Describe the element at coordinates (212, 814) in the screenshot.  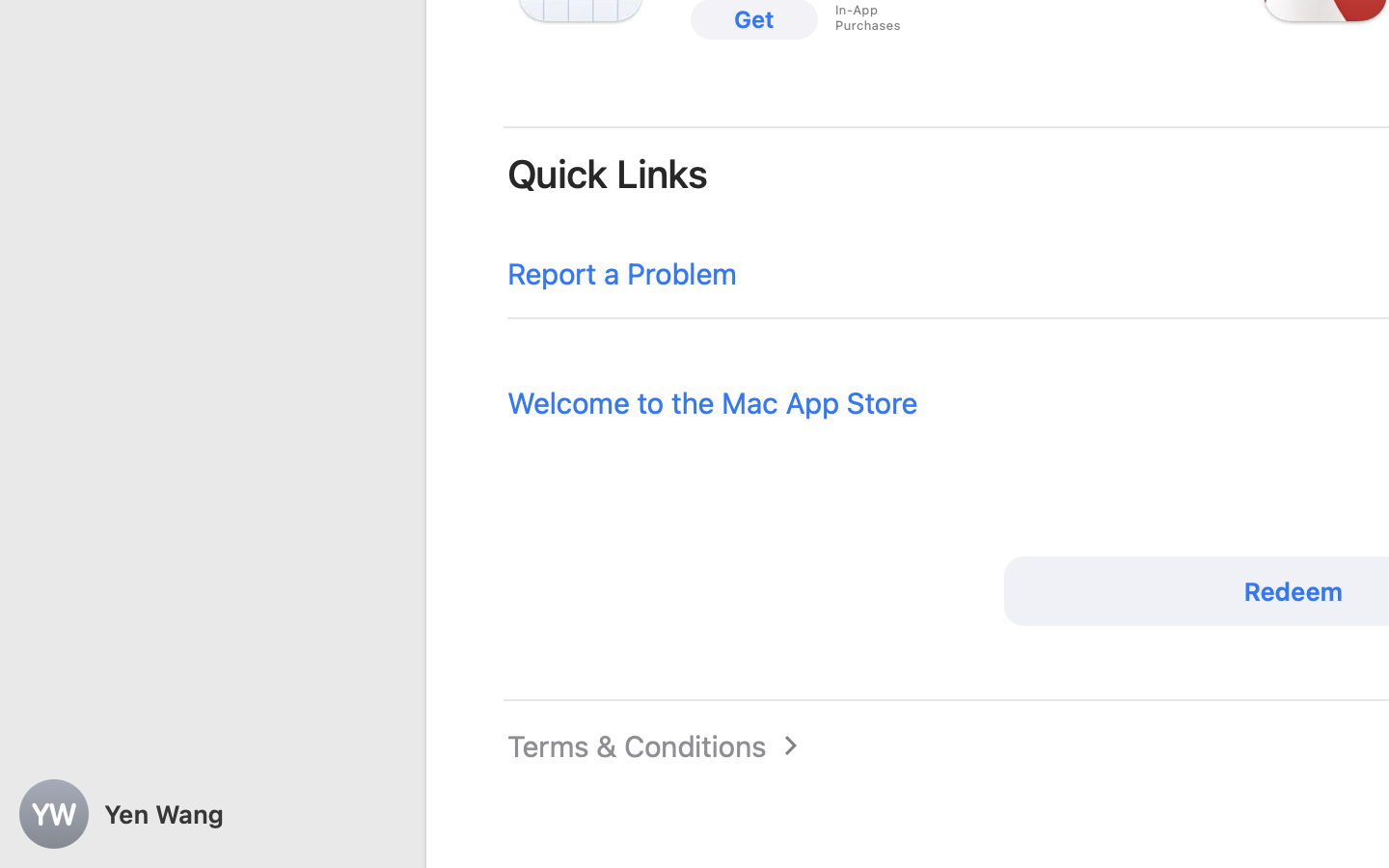
I see `'Yen Wang'` at that location.